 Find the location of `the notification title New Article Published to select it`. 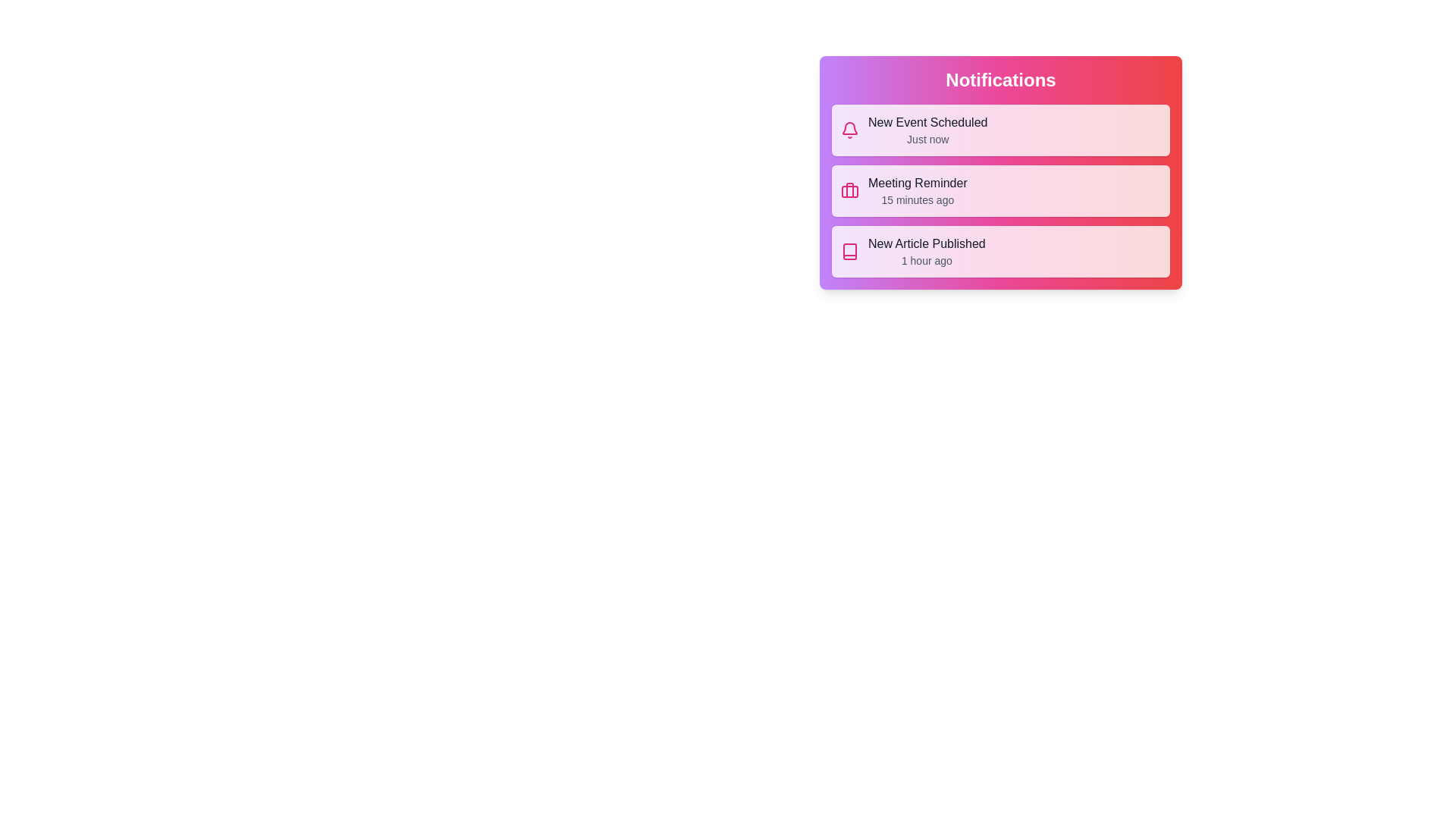

the notification title New Article Published to select it is located at coordinates (926, 243).